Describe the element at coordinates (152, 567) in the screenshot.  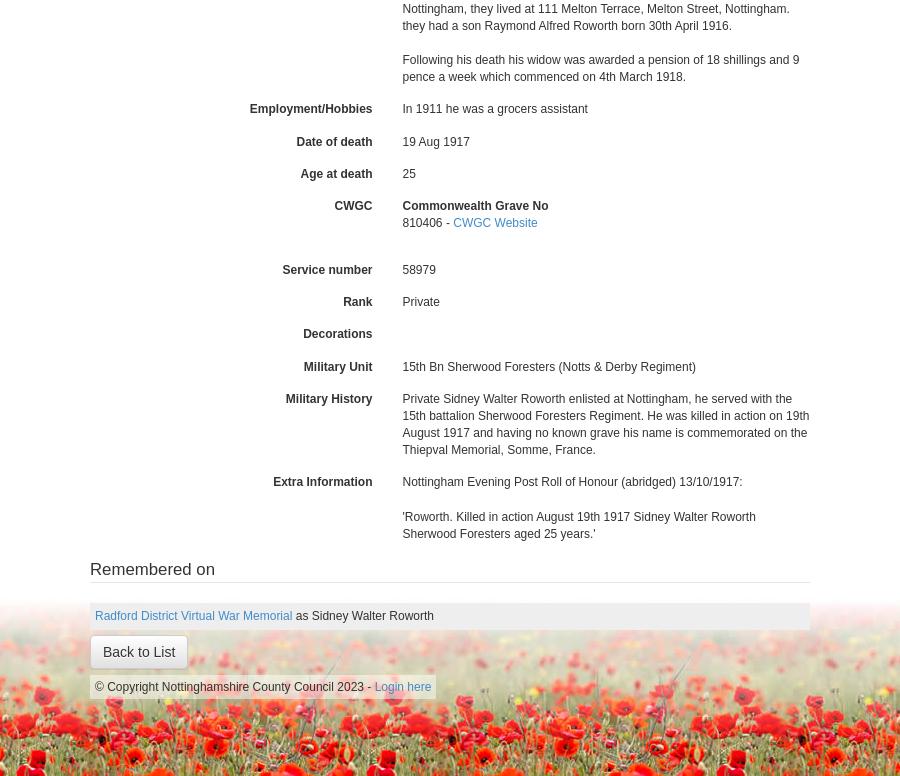
I see `'Remembered on'` at that location.